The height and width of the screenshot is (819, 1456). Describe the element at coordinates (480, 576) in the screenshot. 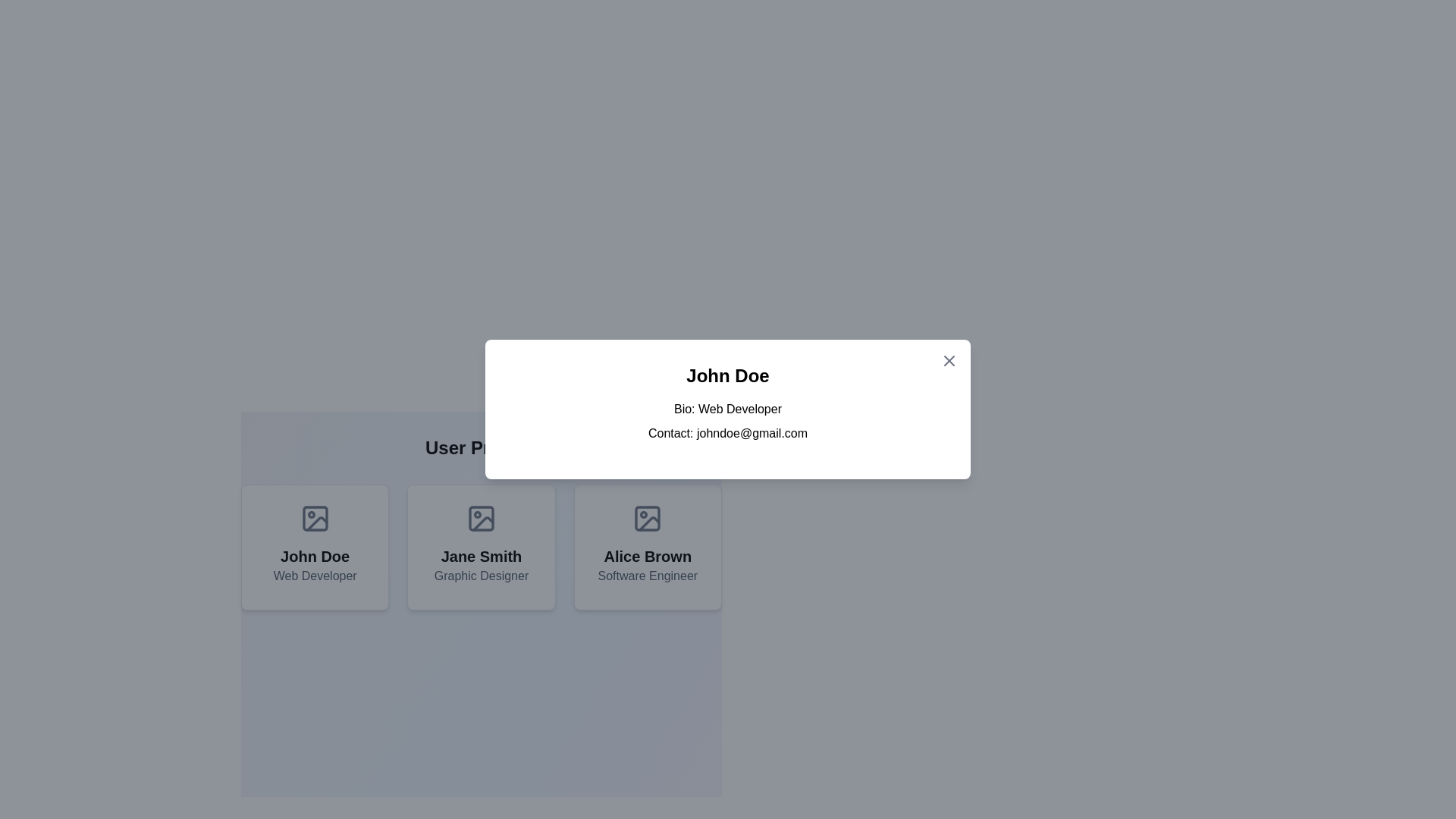

I see `the static text label displaying 'Graphic Designer', which is centered below the name 'Jane Smith' within its card` at that location.